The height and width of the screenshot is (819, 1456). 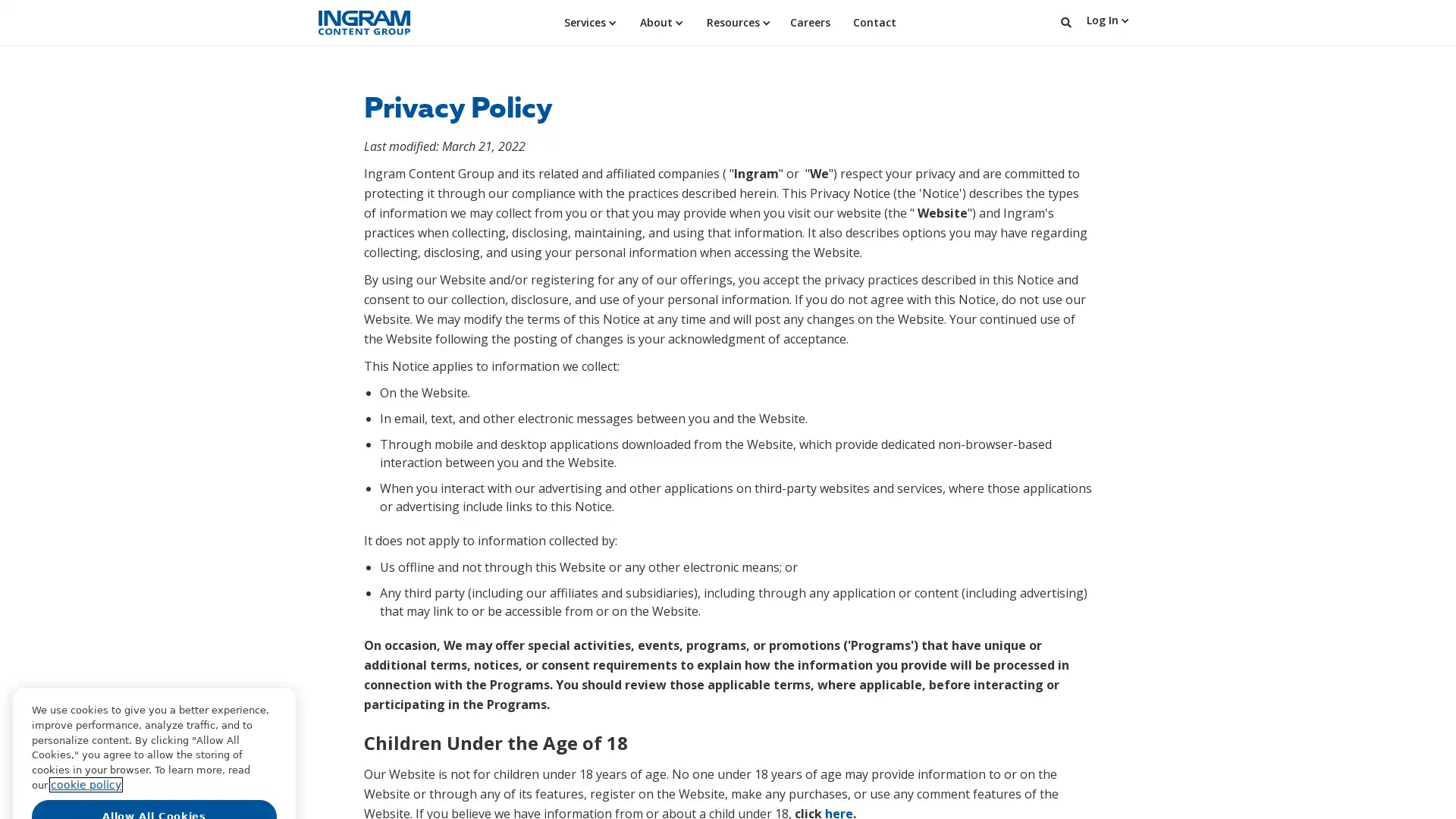 What do you see at coordinates (154, 778) in the screenshot?
I see `Cookie Preferences` at bounding box center [154, 778].